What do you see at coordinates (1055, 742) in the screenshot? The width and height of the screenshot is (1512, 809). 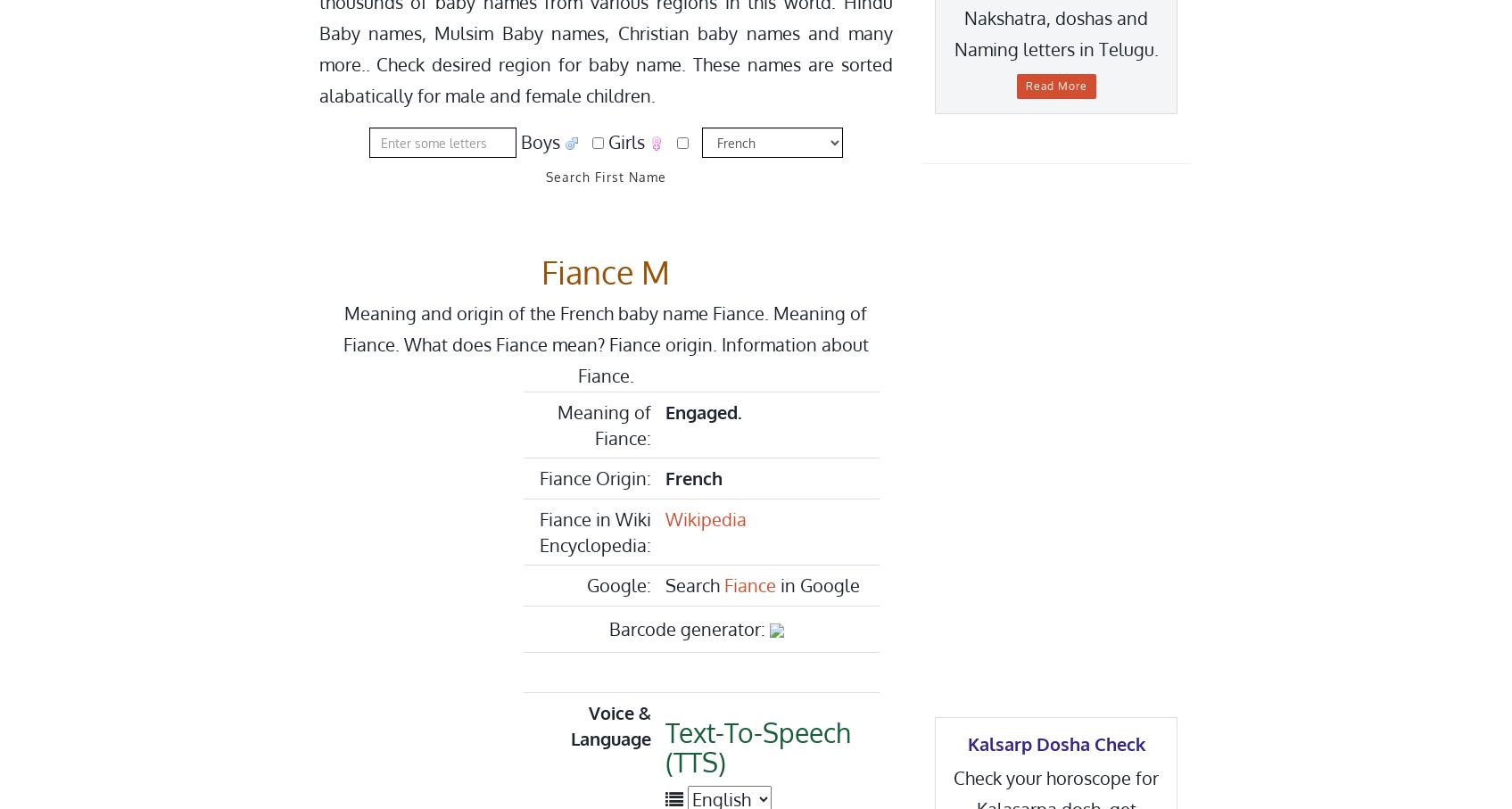 I see `'Kalsarp Dosha Check'` at bounding box center [1055, 742].